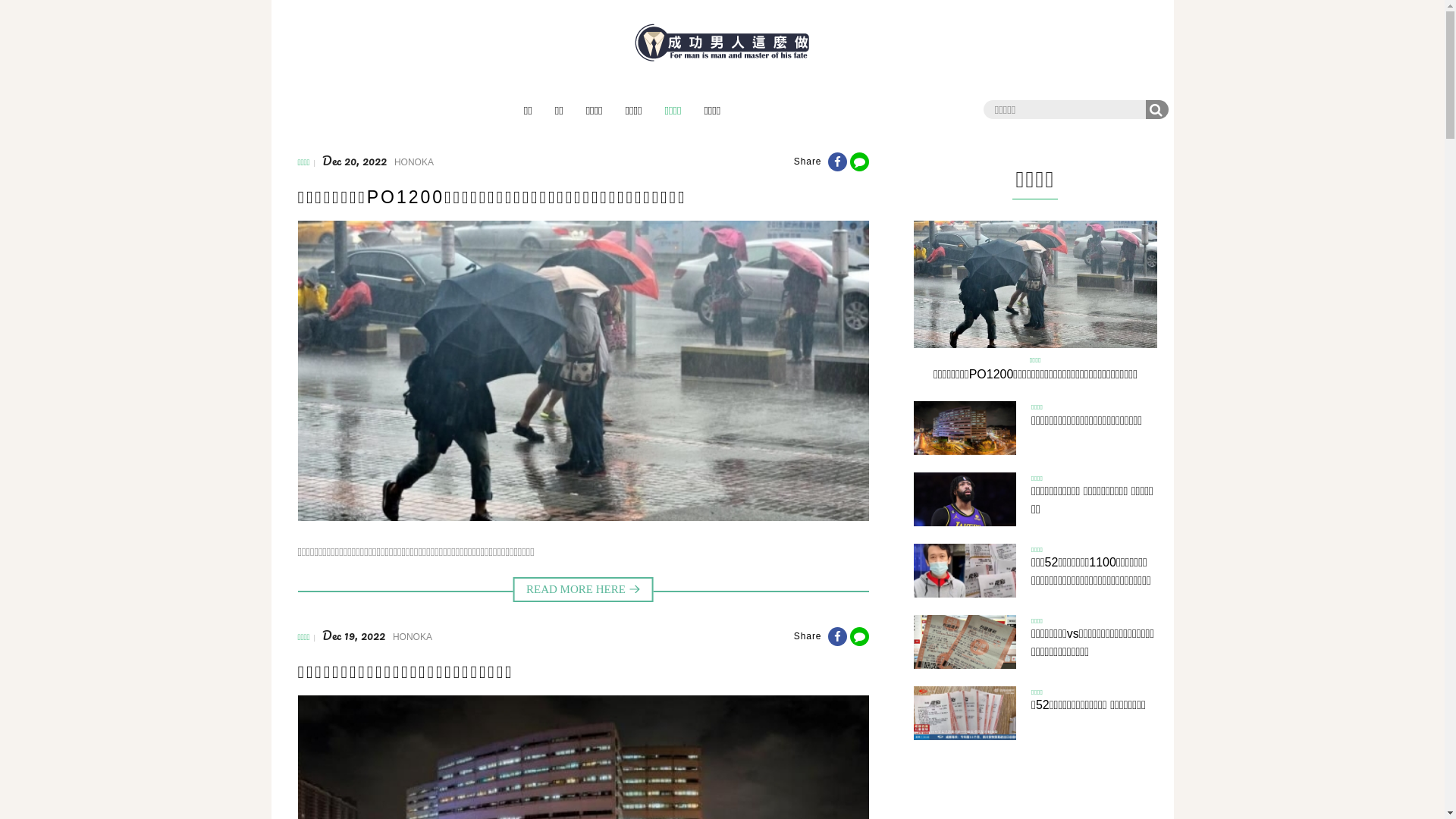  What do you see at coordinates (412, 637) in the screenshot?
I see `'HONOKA'` at bounding box center [412, 637].